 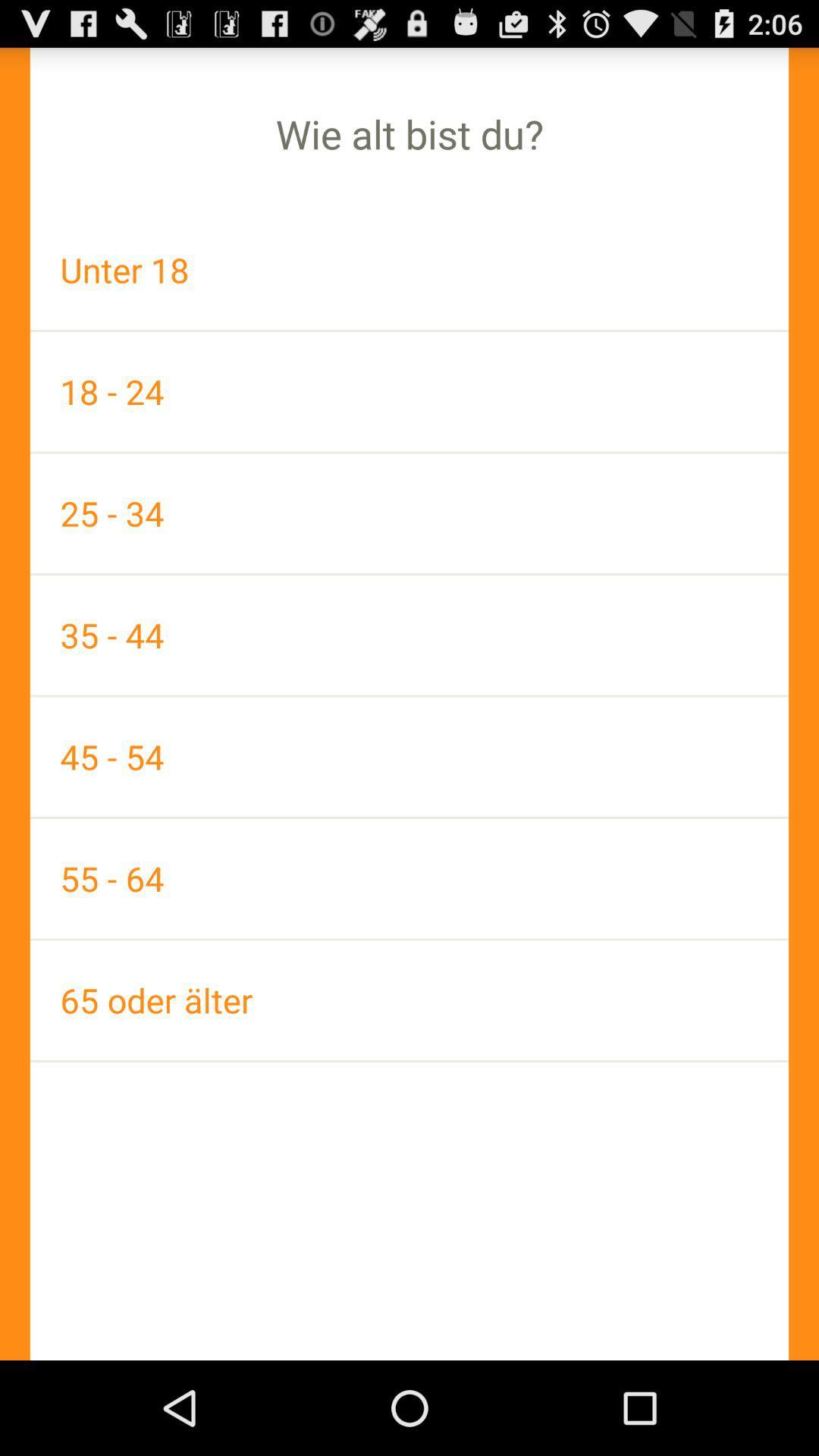 What do you see at coordinates (409, 270) in the screenshot?
I see `the app above 18 - 24 app` at bounding box center [409, 270].